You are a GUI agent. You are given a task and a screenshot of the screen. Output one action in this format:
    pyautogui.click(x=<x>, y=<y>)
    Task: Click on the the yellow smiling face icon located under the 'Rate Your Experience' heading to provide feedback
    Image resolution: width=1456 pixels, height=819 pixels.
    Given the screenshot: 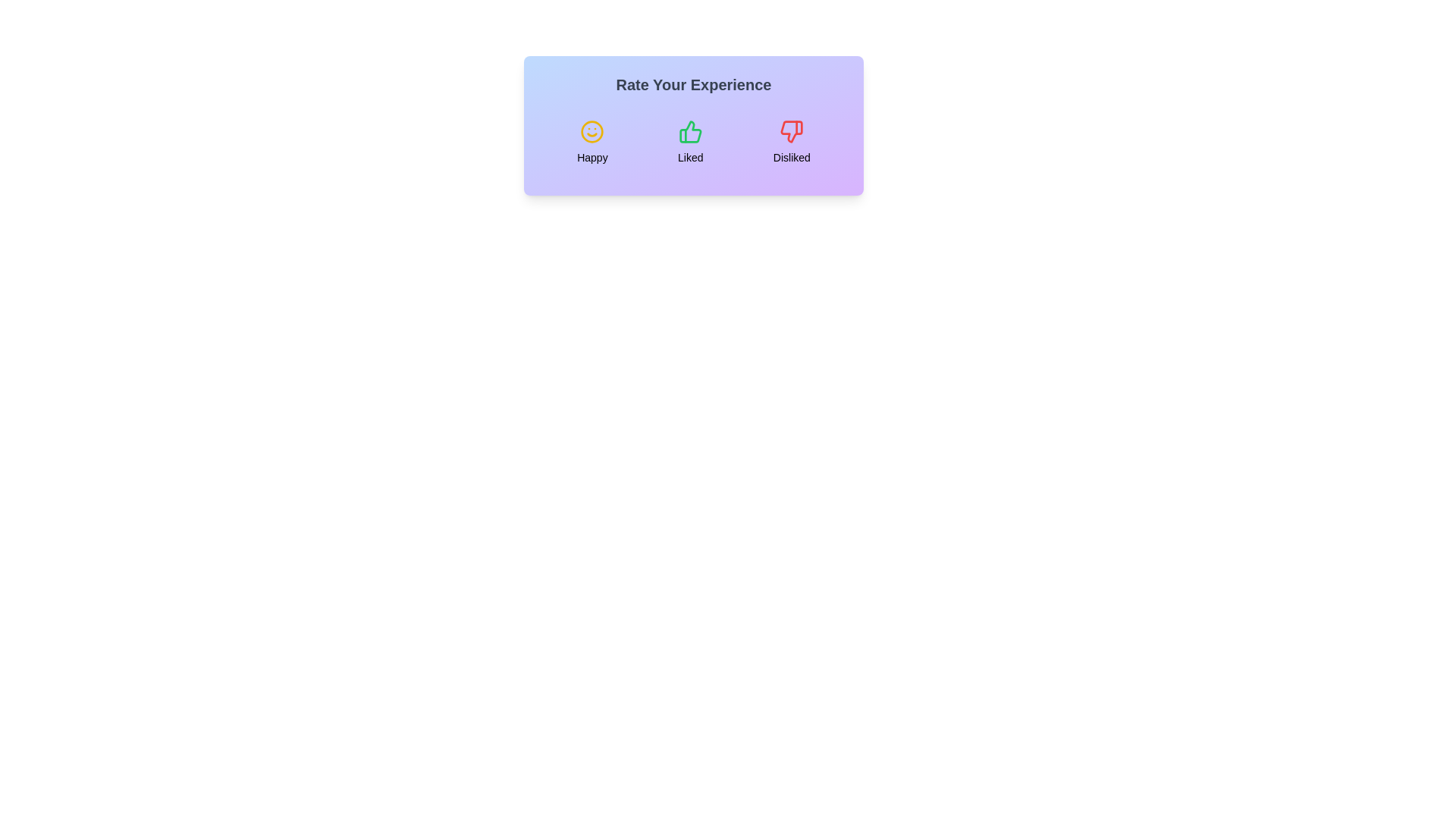 What is the action you would take?
    pyautogui.click(x=591, y=130)
    